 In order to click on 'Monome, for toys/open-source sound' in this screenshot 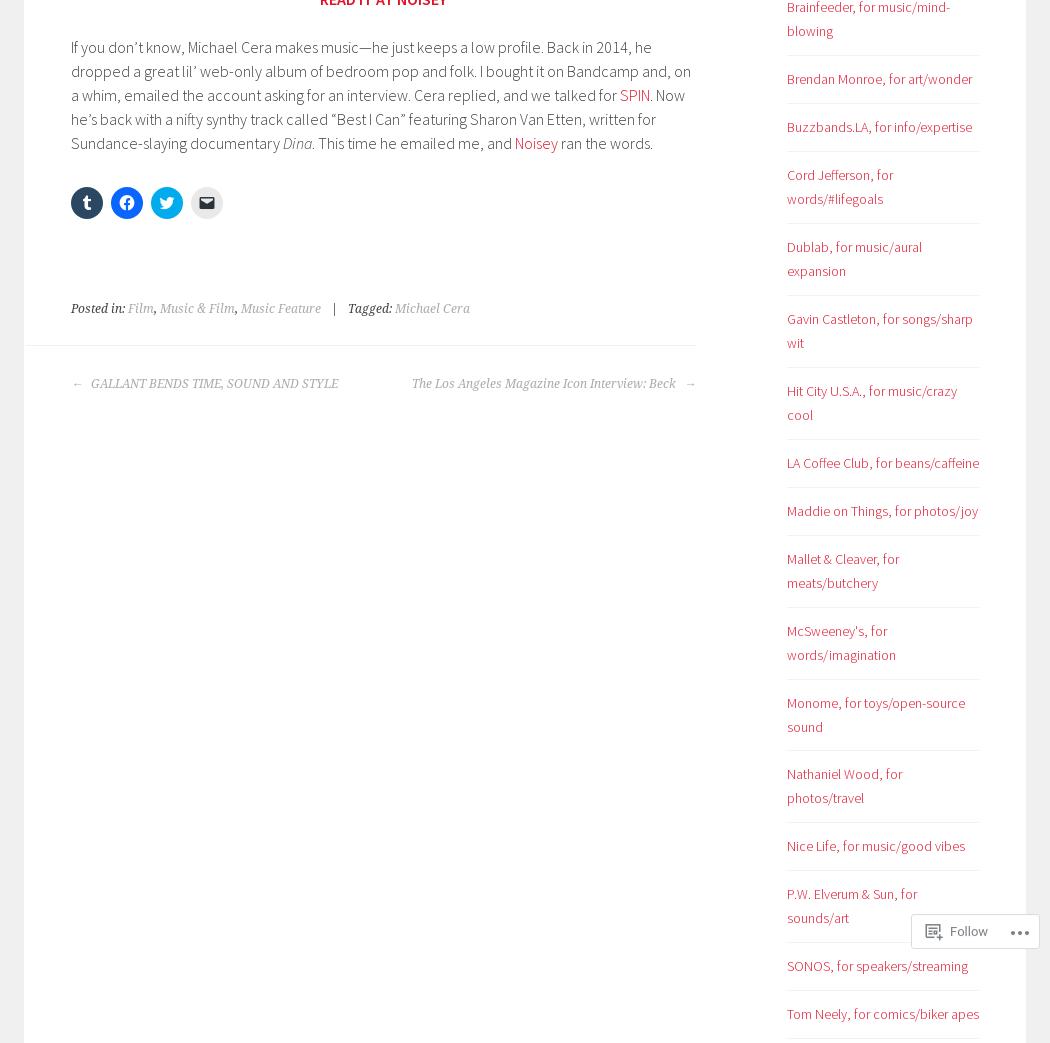, I will do `click(873, 714)`.